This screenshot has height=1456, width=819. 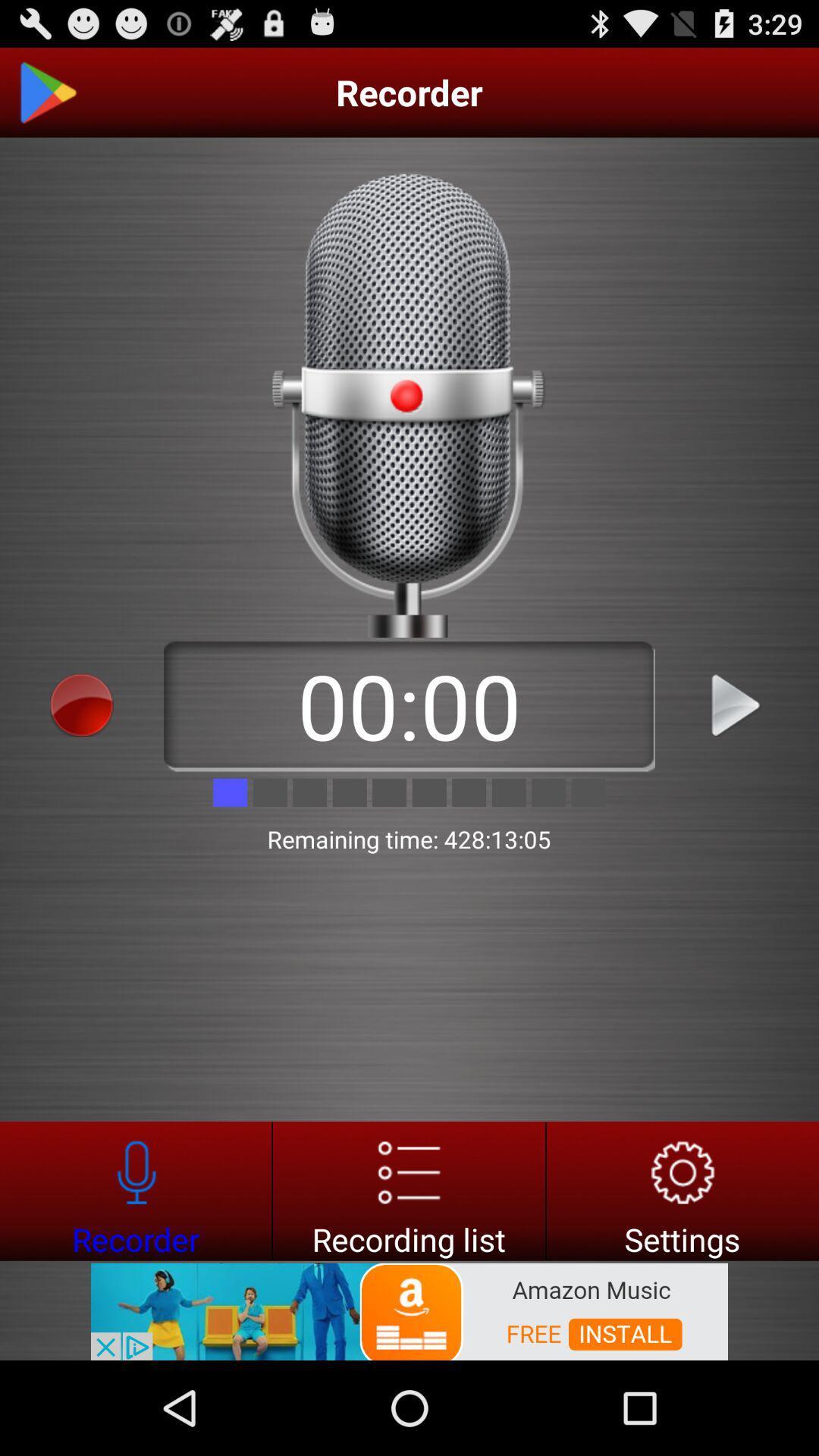 What do you see at coordinates (135, 1190) in the screenshot?
I see `recorder` at bounding box center [135, 1190].